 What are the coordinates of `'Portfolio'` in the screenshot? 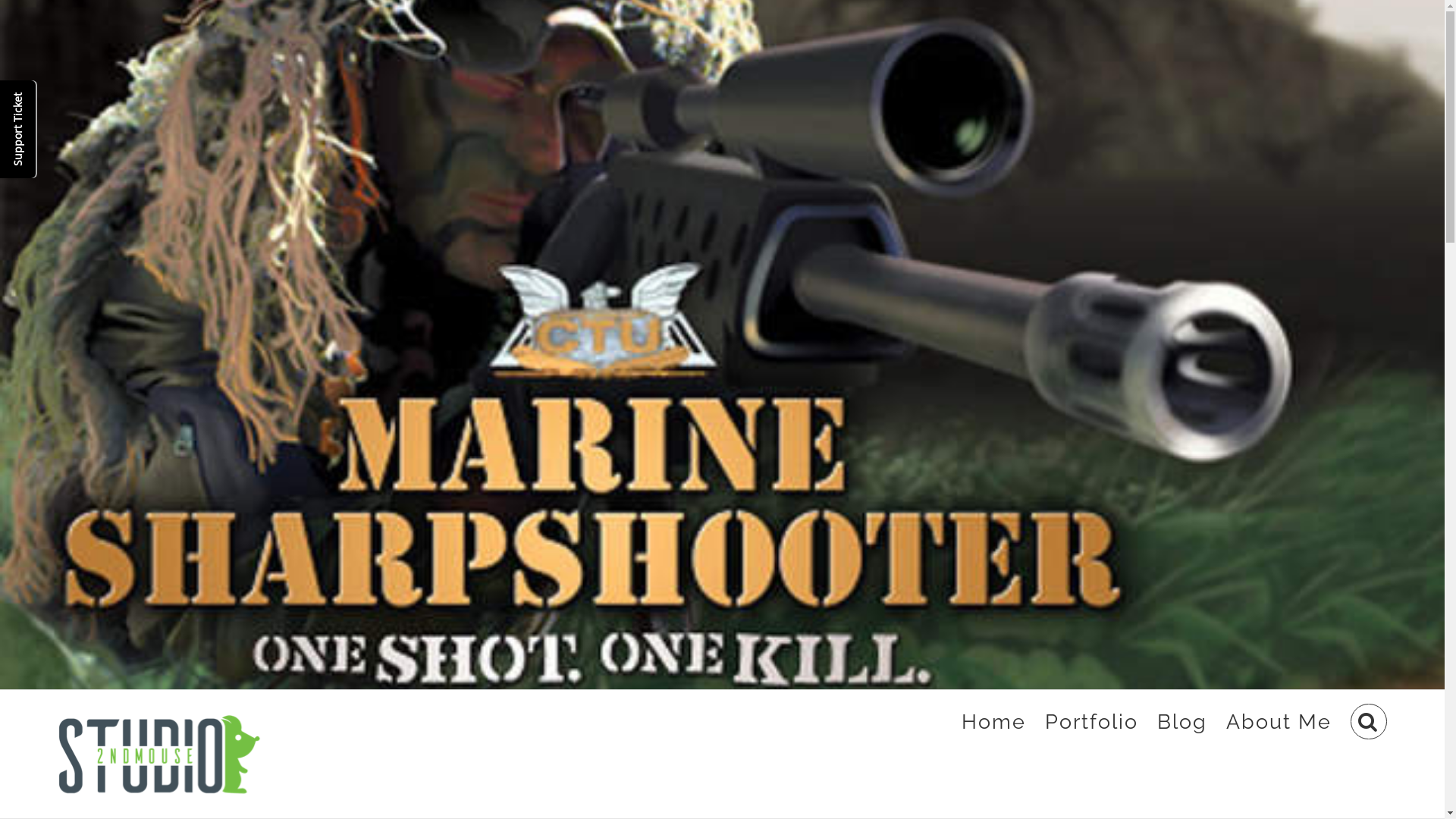 It's located at (1090, 721).